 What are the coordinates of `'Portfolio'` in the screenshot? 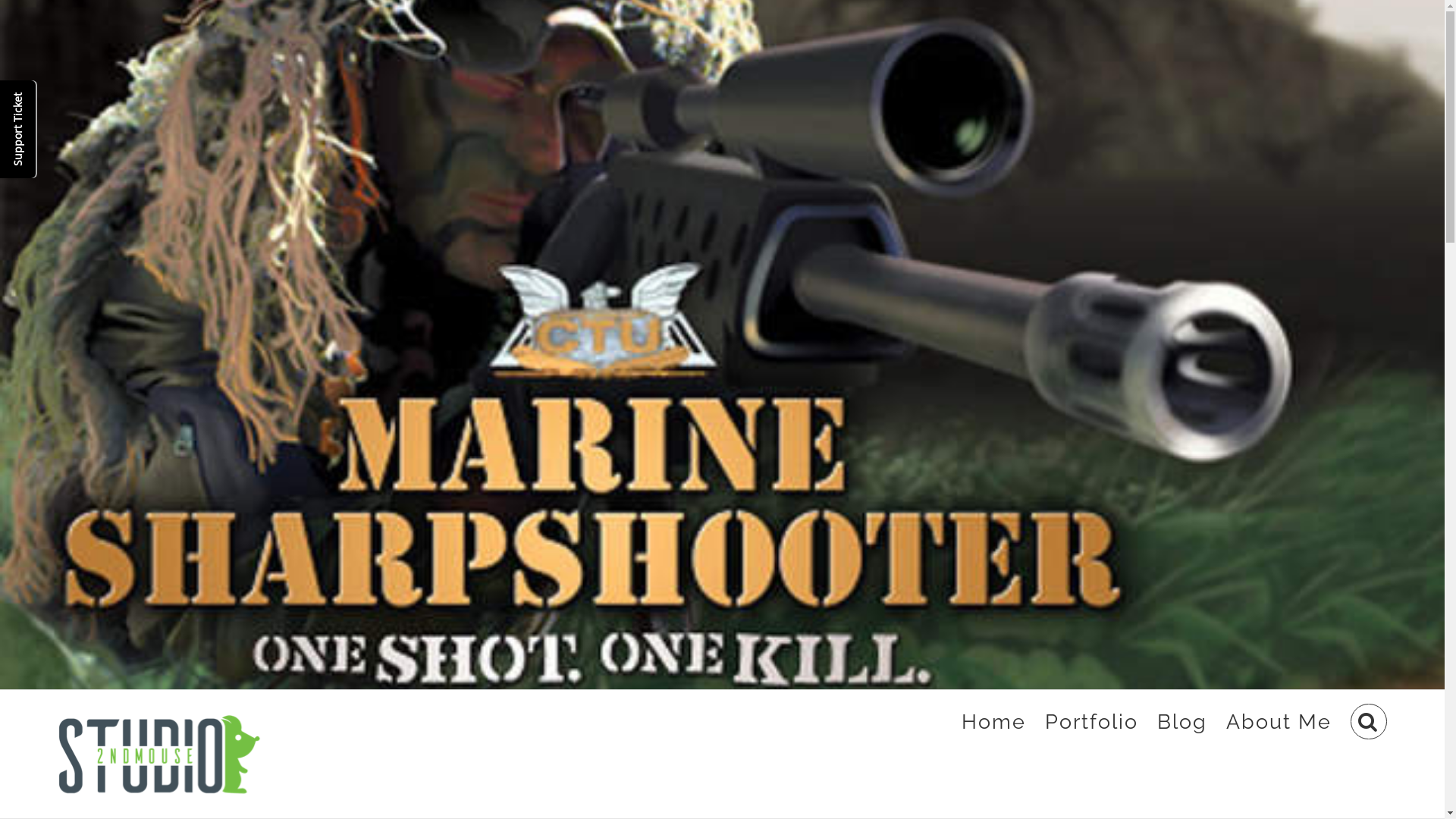 It's located at (1090, 721).